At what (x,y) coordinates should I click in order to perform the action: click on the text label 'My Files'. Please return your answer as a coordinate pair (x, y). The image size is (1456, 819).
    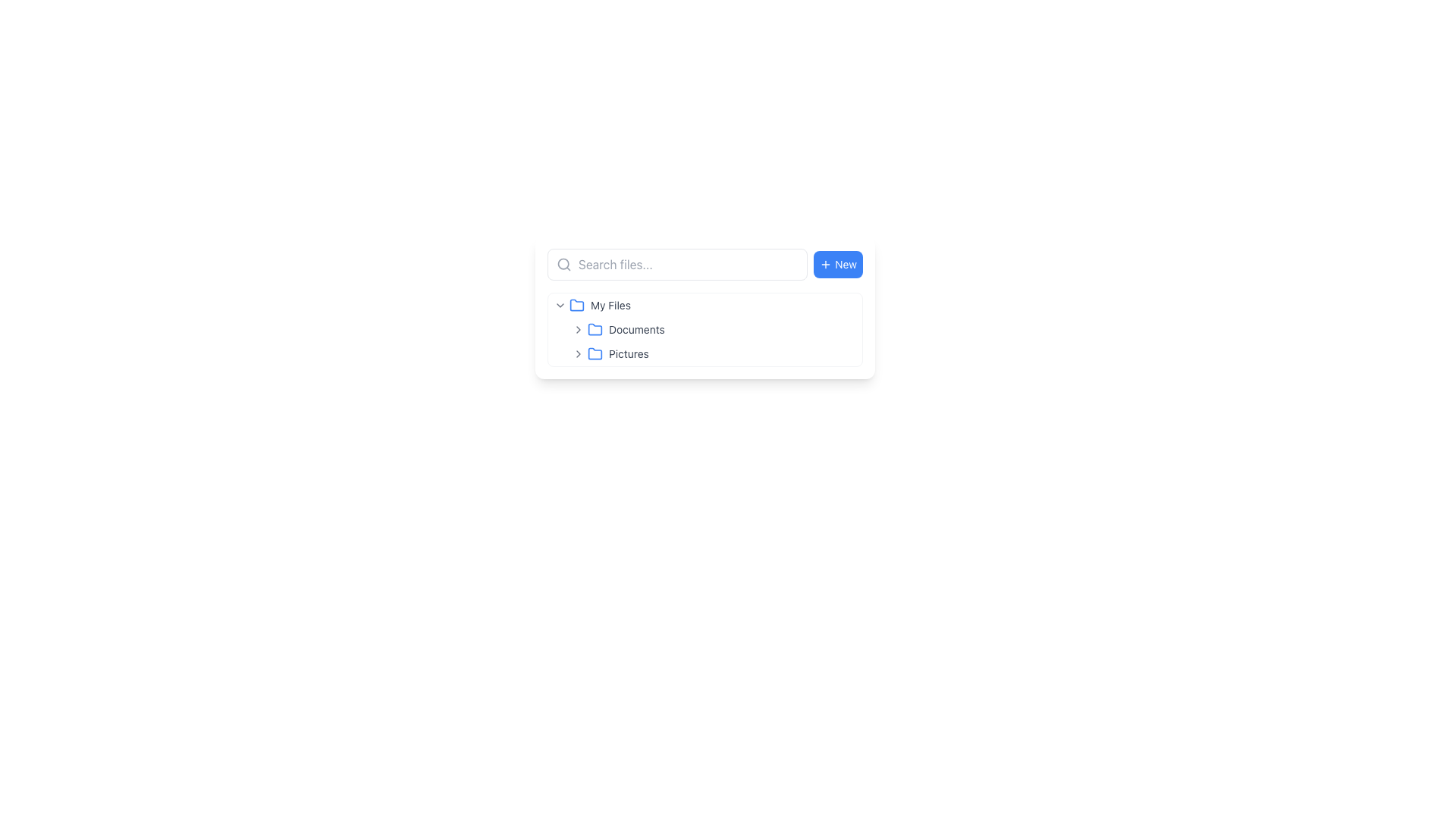
    Looking at the image, I should click on (610, 305).